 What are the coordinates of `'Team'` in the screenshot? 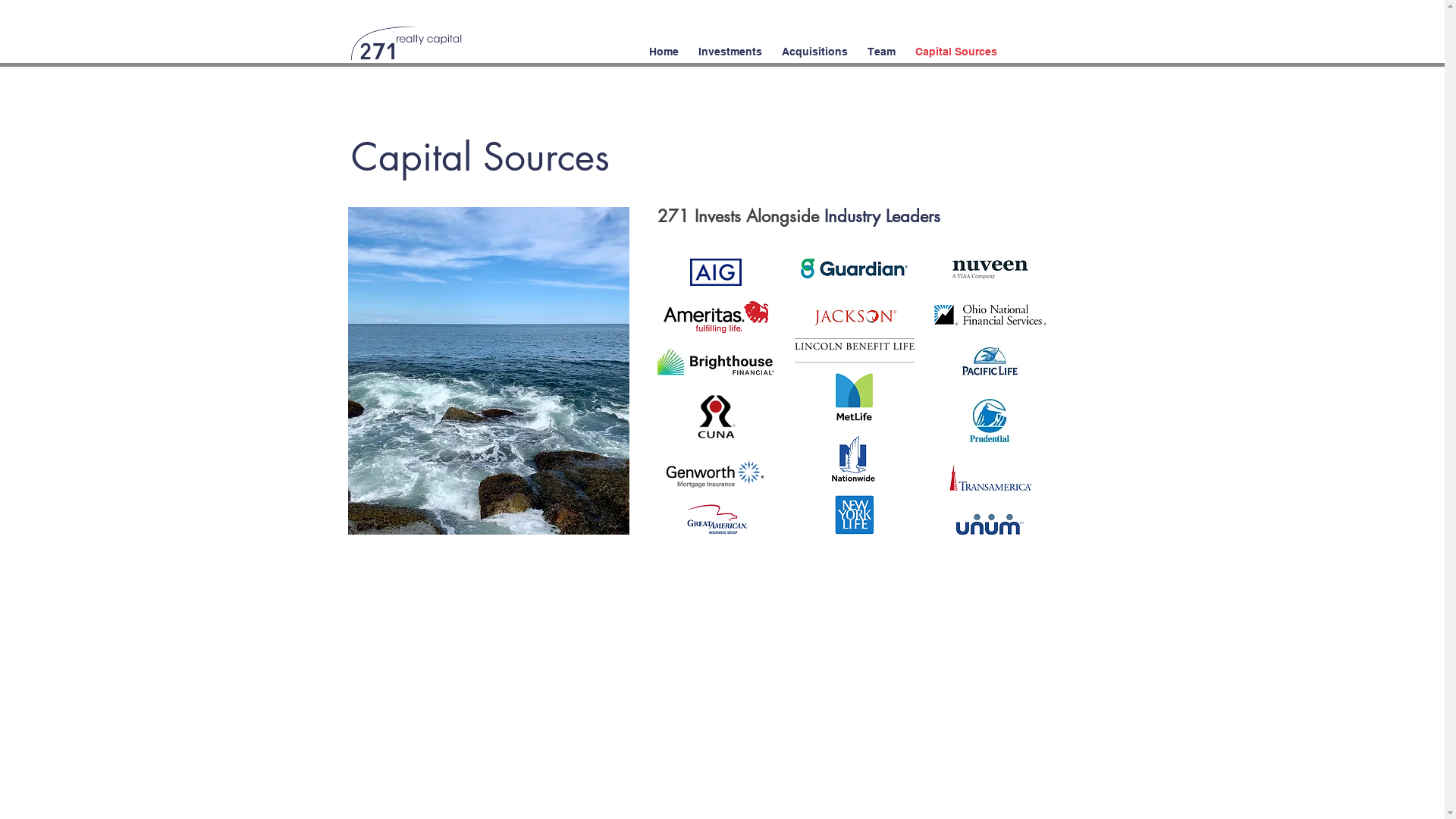 It's located at (856, 44).